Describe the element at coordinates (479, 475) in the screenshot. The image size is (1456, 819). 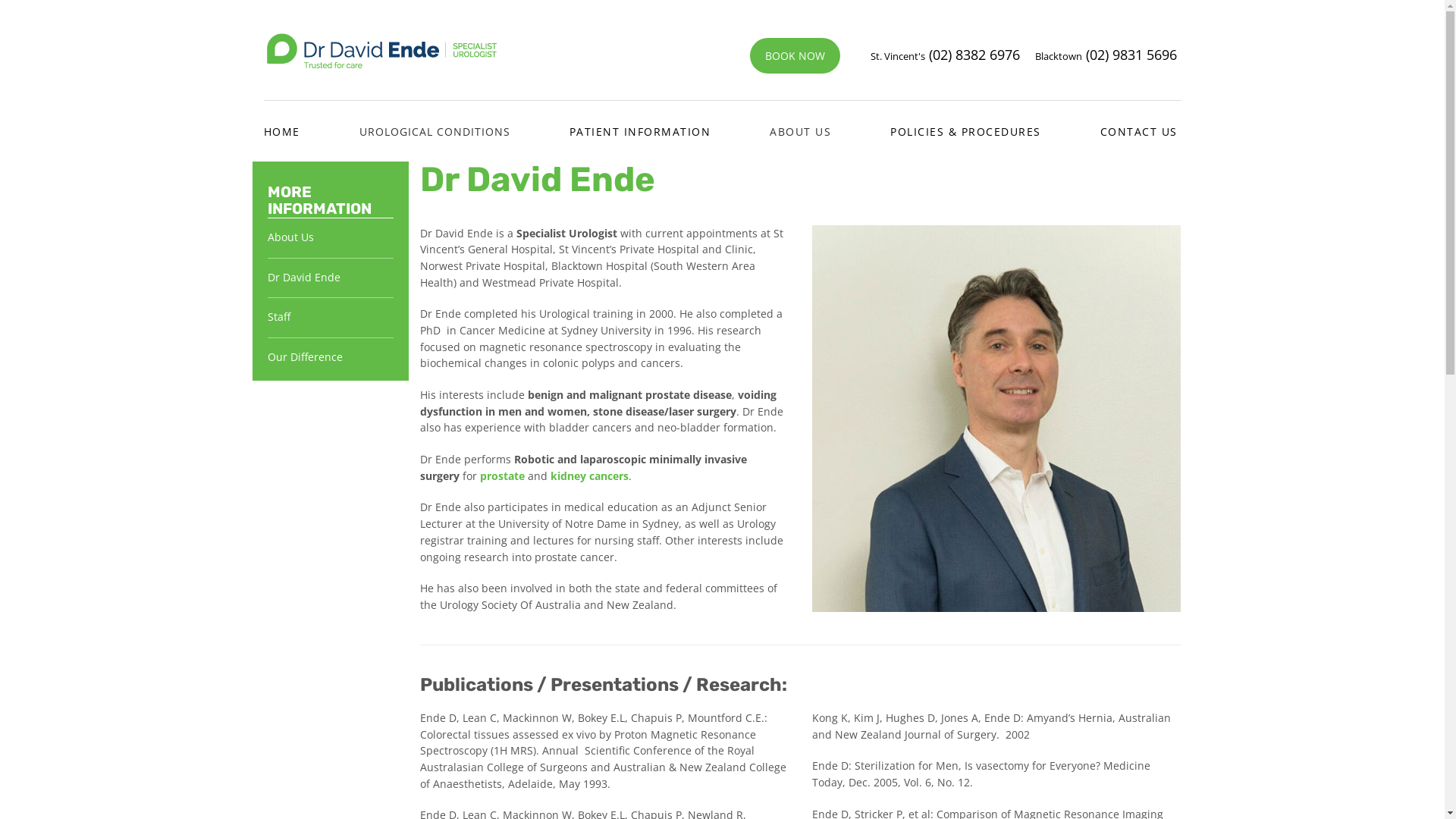
I see `'prostate'` at that location.